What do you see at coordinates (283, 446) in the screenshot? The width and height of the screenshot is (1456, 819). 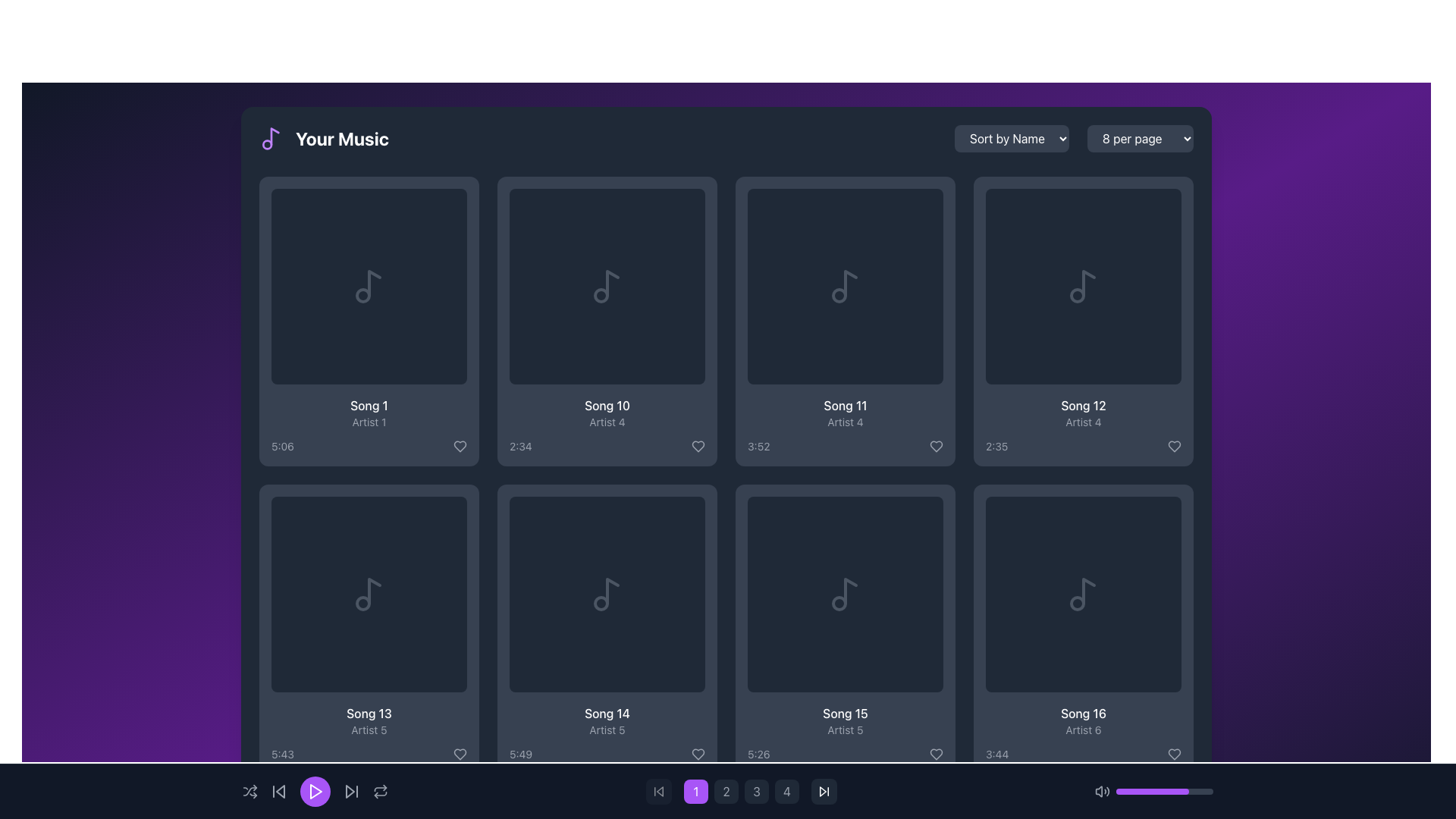 I see `the text label displaying '5:06' which indicates the duration of the first song in the 'Your Music' section, located under the song title 'Song 1'` at bounding box center [283, 446].